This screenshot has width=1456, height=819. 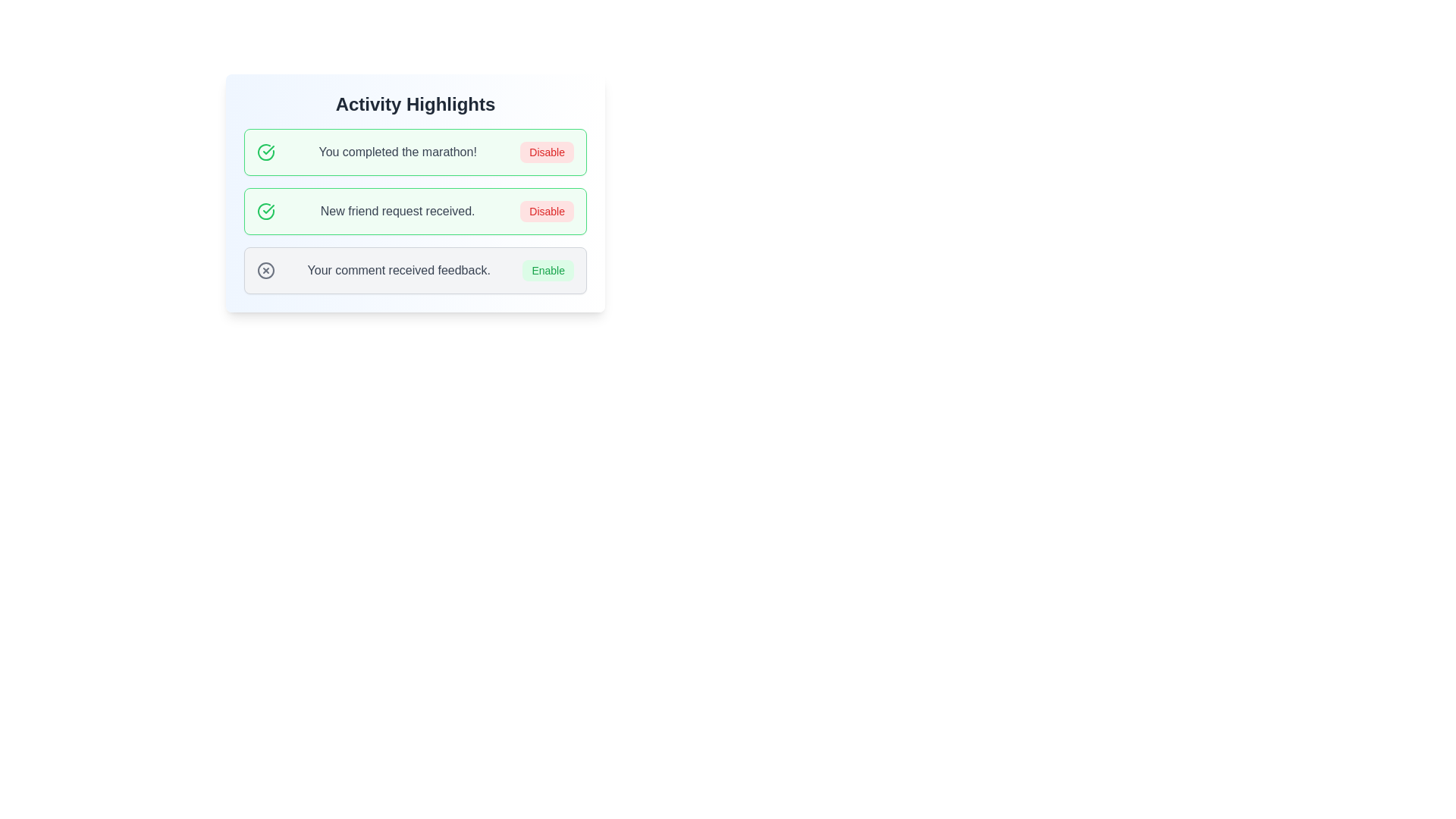 I want to click on the circular graphical icon that indicates the status of the third notification item labeled 'Your comment received feedback.', so click(x=265, y=270).